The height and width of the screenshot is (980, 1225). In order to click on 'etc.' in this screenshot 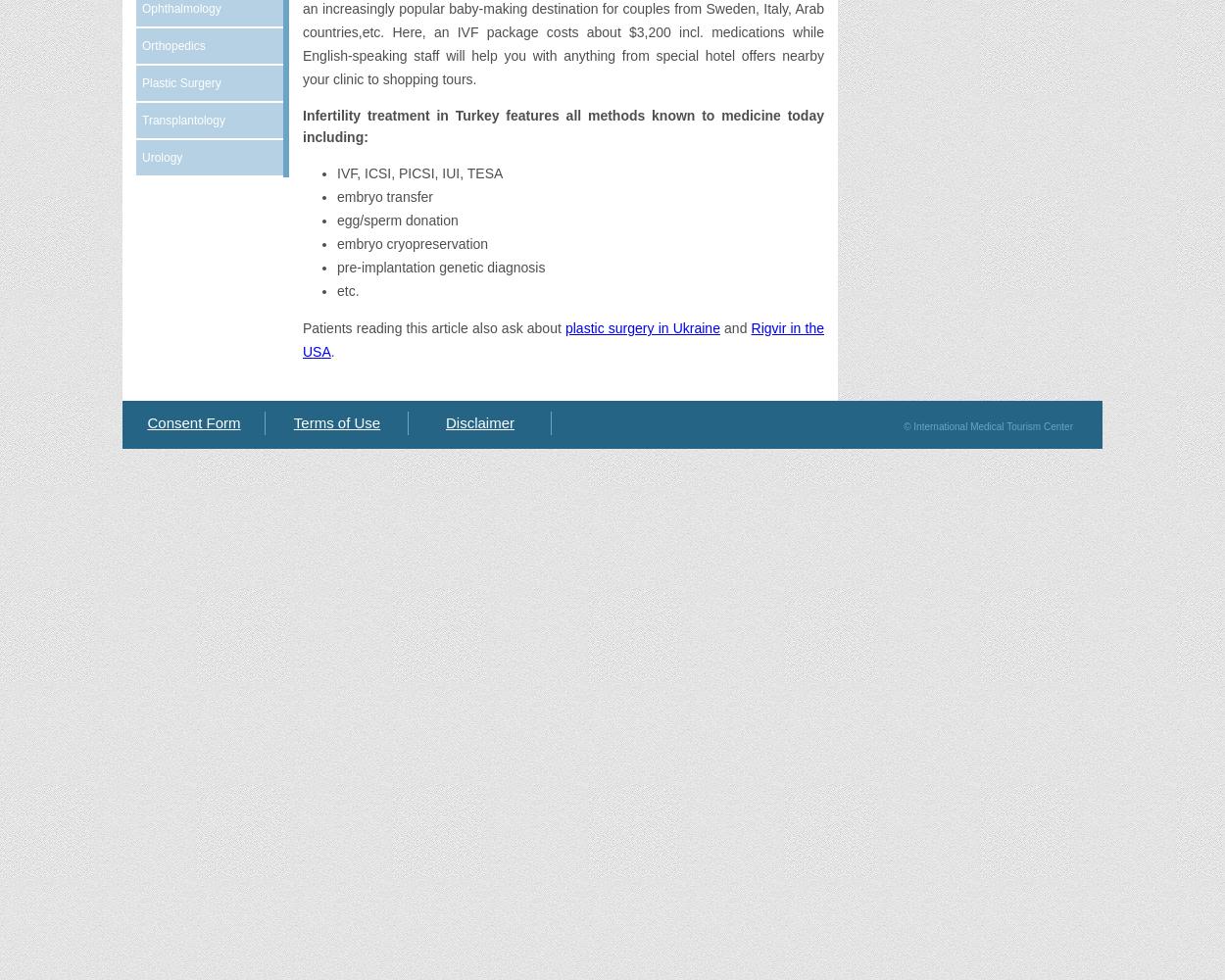, I will do `click(346, 291)`.